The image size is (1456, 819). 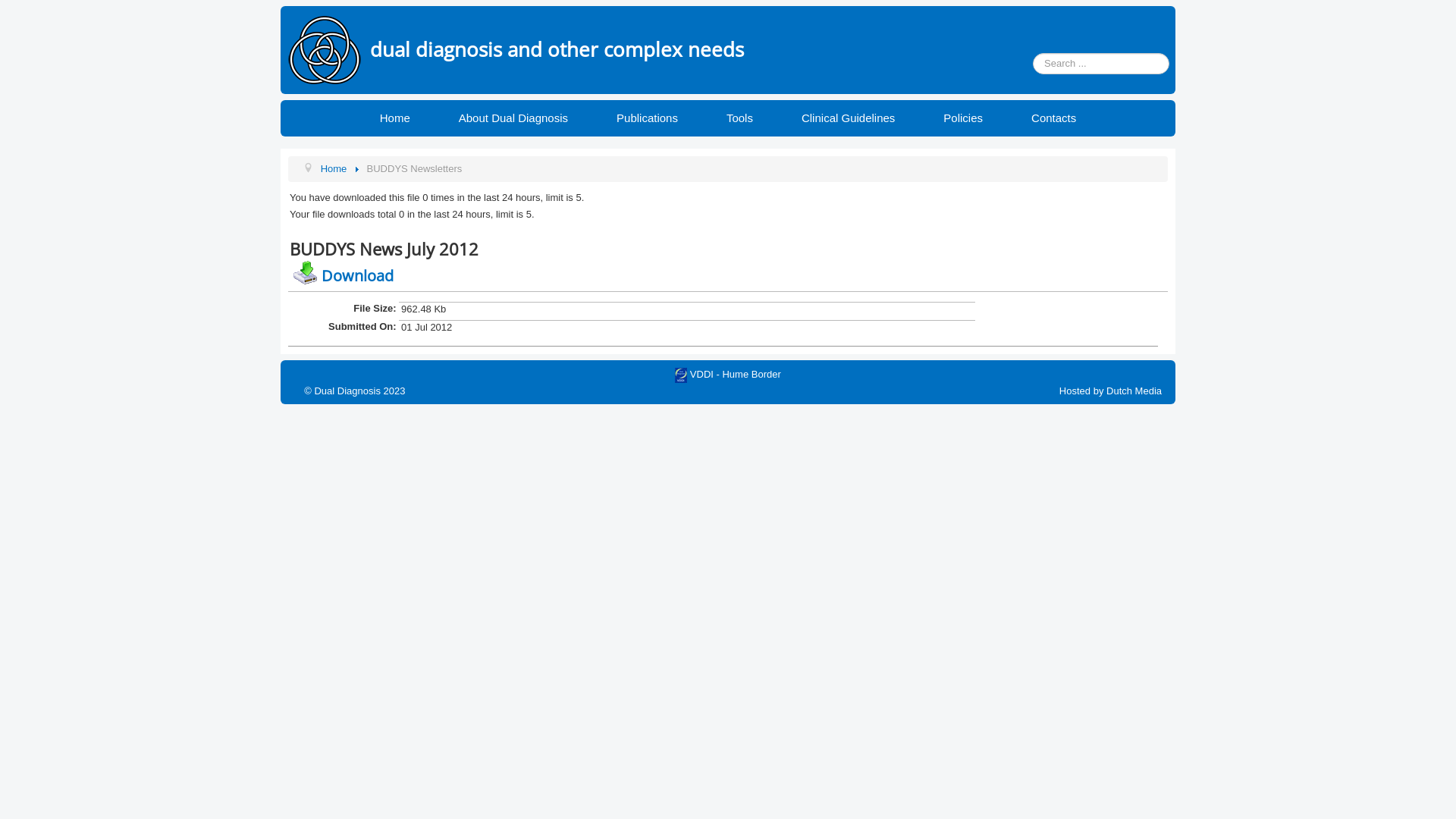 I want to click on 'Clinical Guidelines', so click(x=799, y=117).